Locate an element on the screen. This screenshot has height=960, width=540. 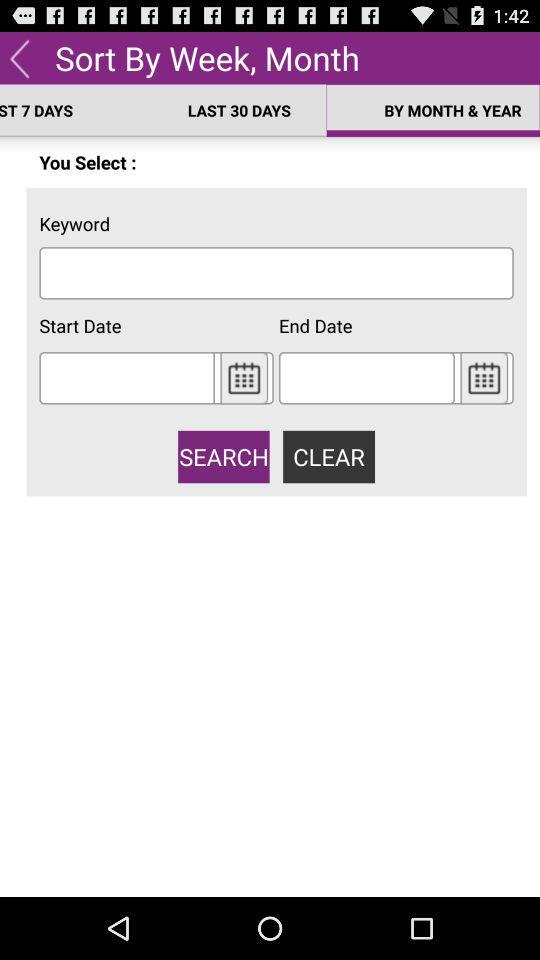
place cursor is located at coordinates (275, 272).